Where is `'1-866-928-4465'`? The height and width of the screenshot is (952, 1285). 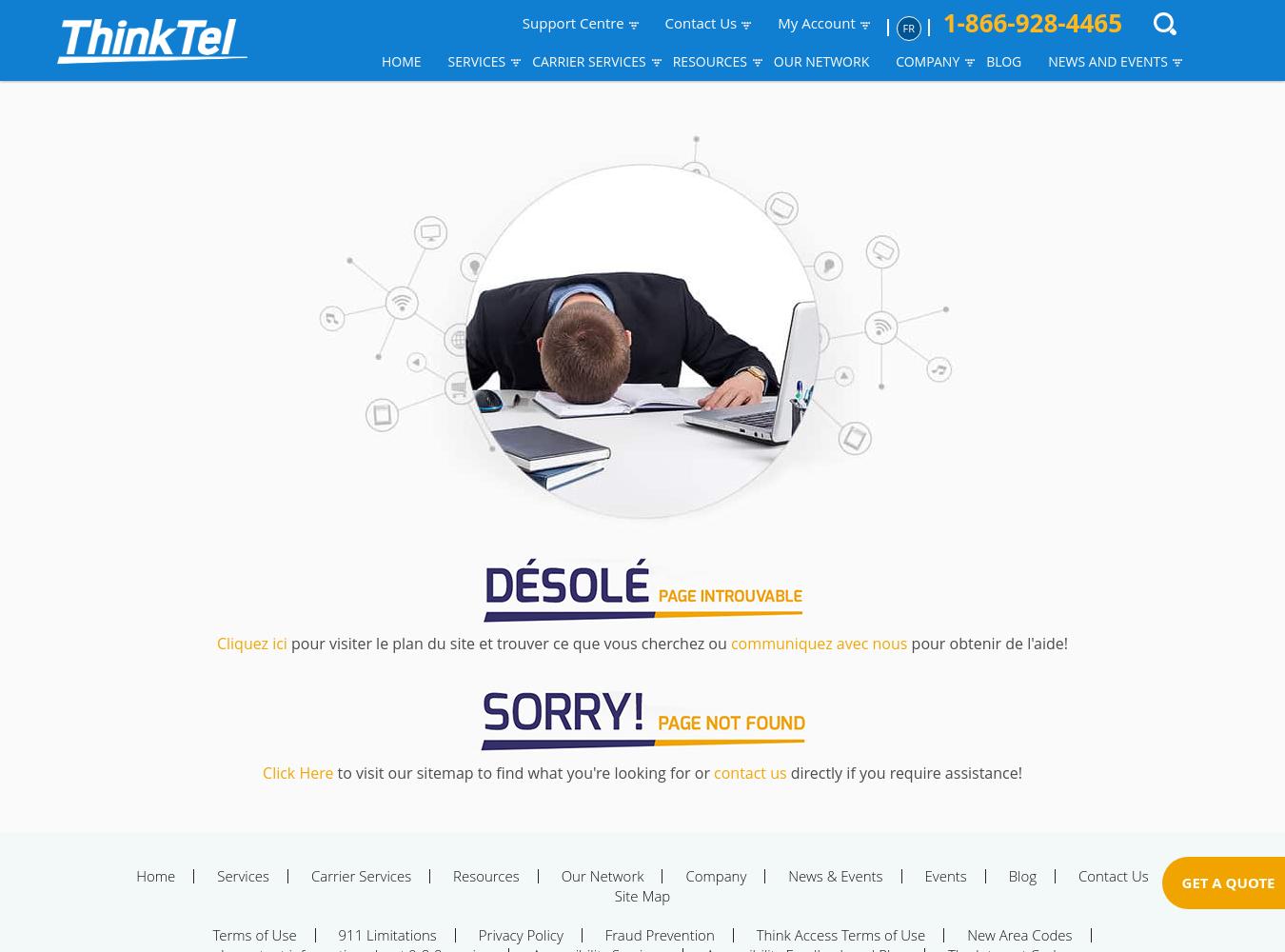
'1-866-928-4465' is located at coordinates (1032, 23).